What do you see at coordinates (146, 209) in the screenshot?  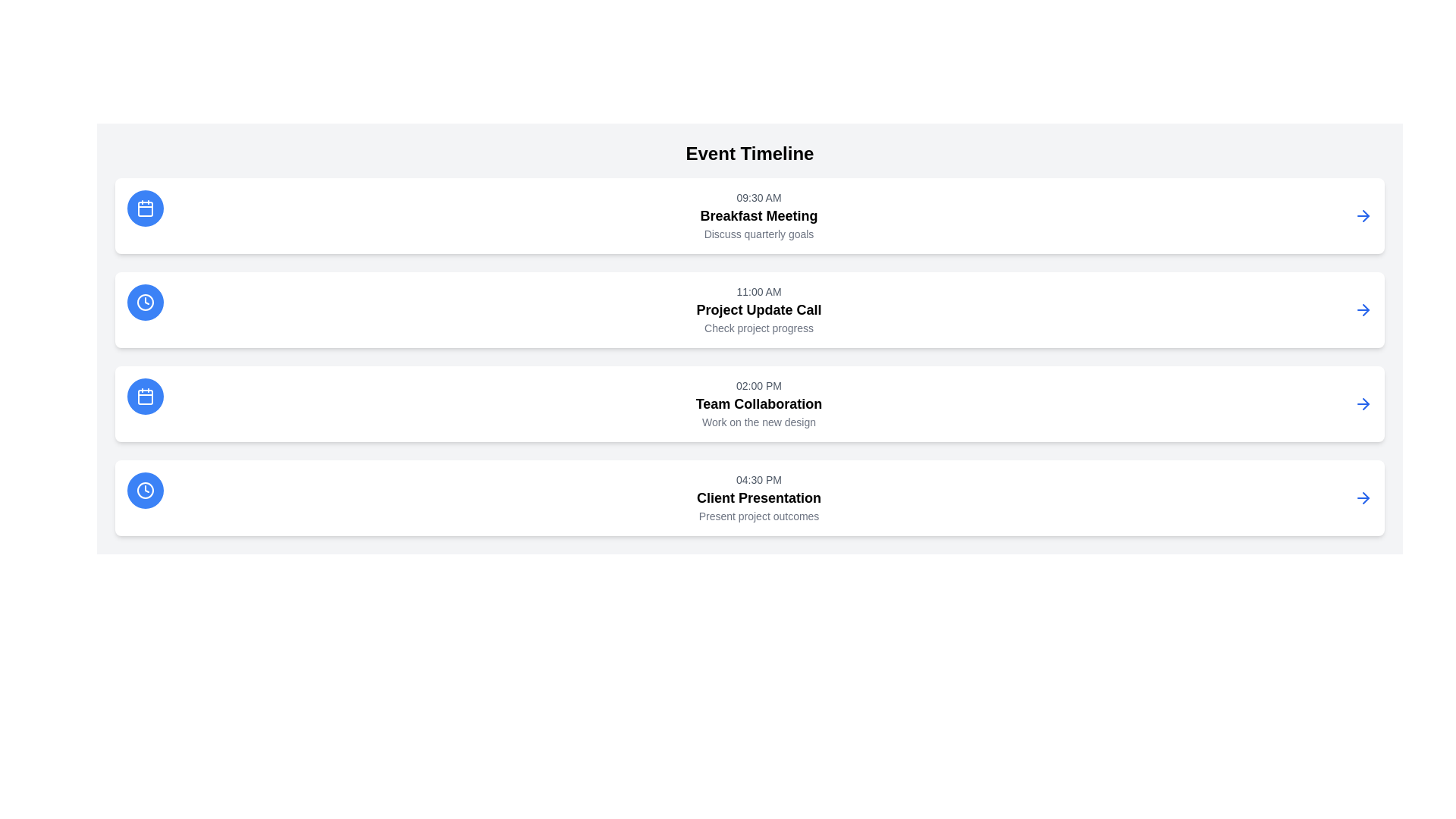 I see `the blue rounded rectangular component inside the blue circular calendar icon located in the first event row of the list` at bounding box center [146, 209].